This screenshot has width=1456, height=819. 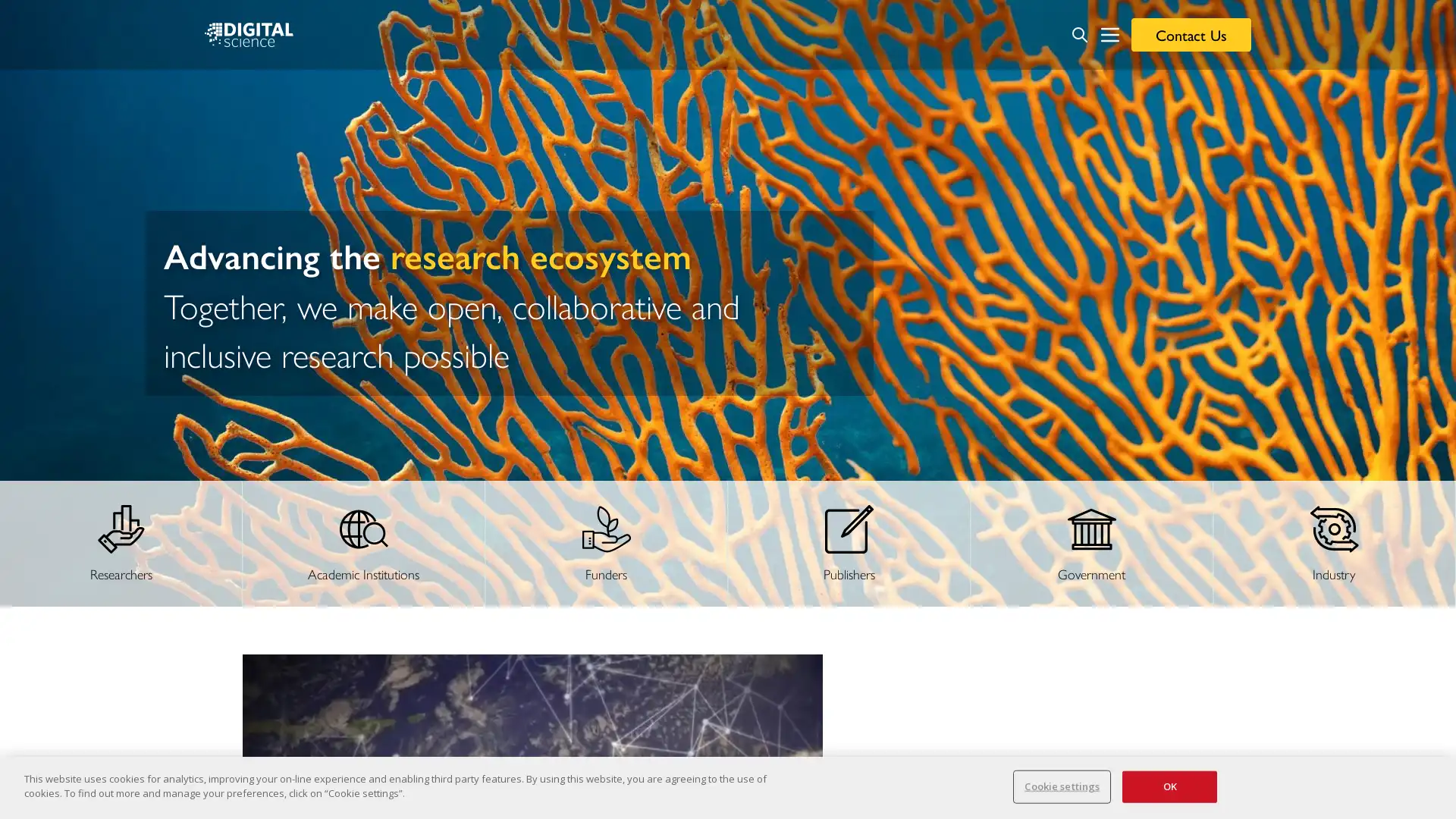 I want to click on Contact Us, so click(x=1190, y=34).